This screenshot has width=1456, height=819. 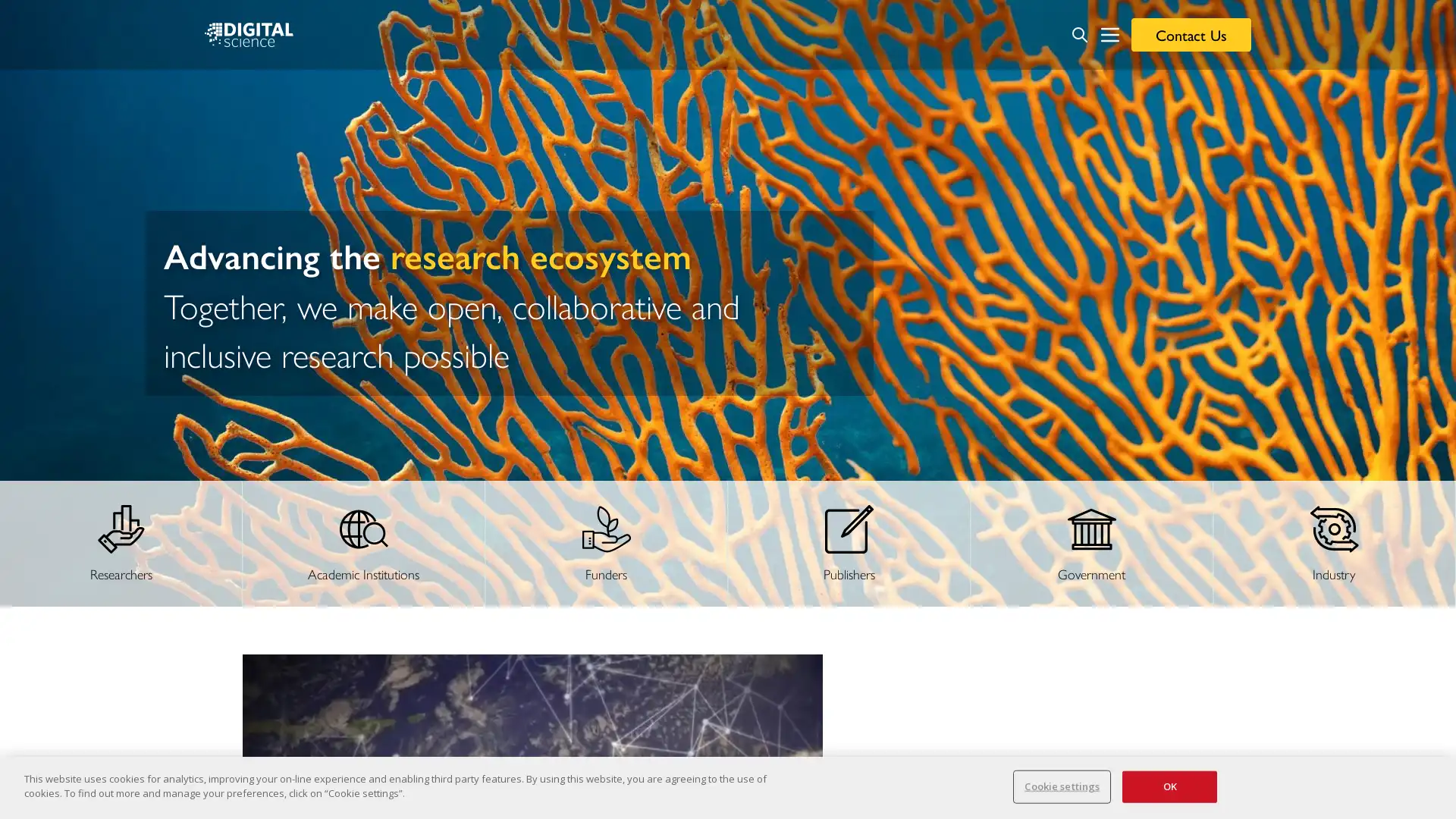 I want to click on Contact Us, so click(x=1190, y=34).